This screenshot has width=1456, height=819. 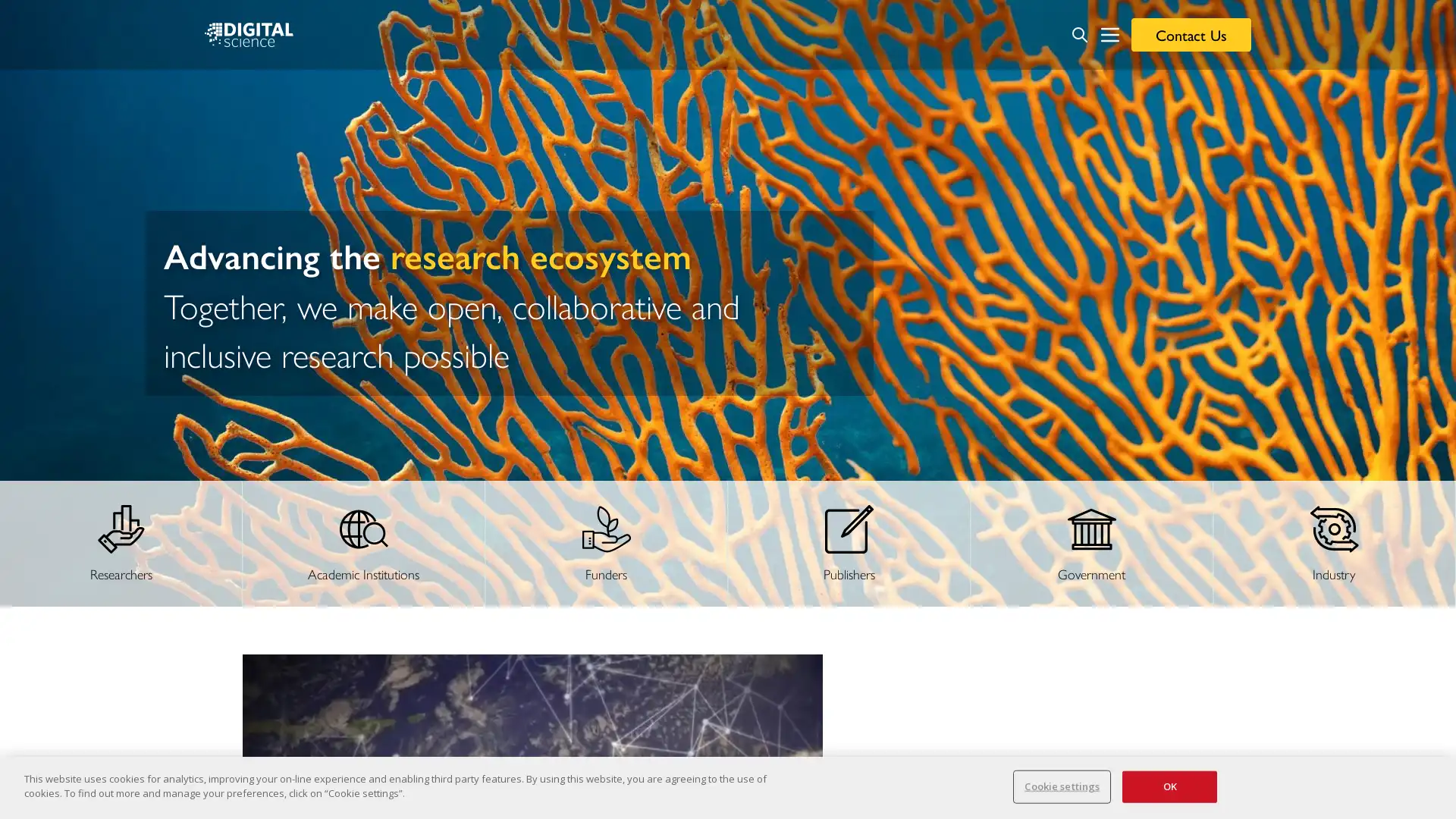 I want to click on Contact Us, so click(x=1190, y=34).